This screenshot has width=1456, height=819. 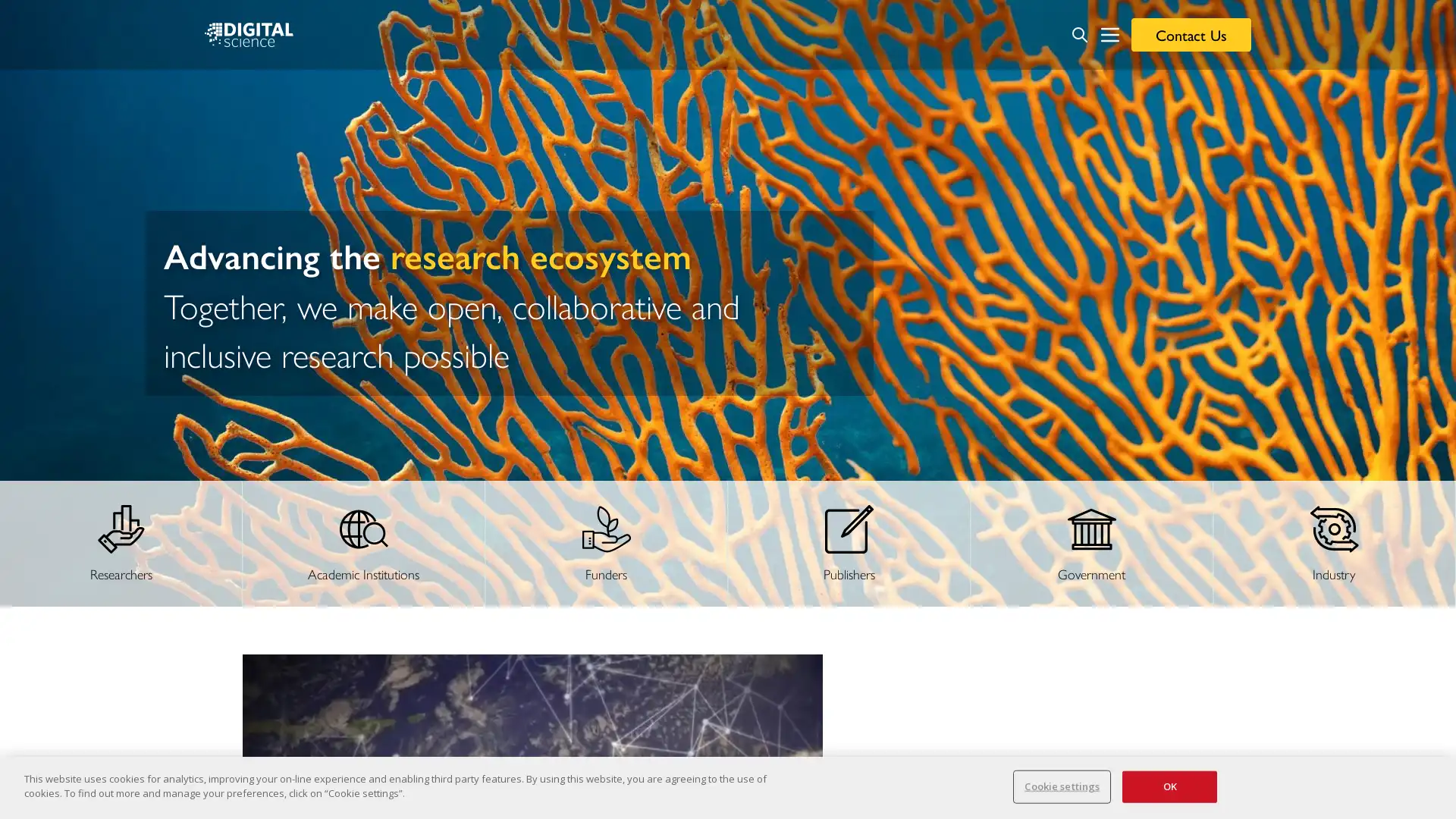 I want to click on Contact Us, so click(x=1190, y=34).